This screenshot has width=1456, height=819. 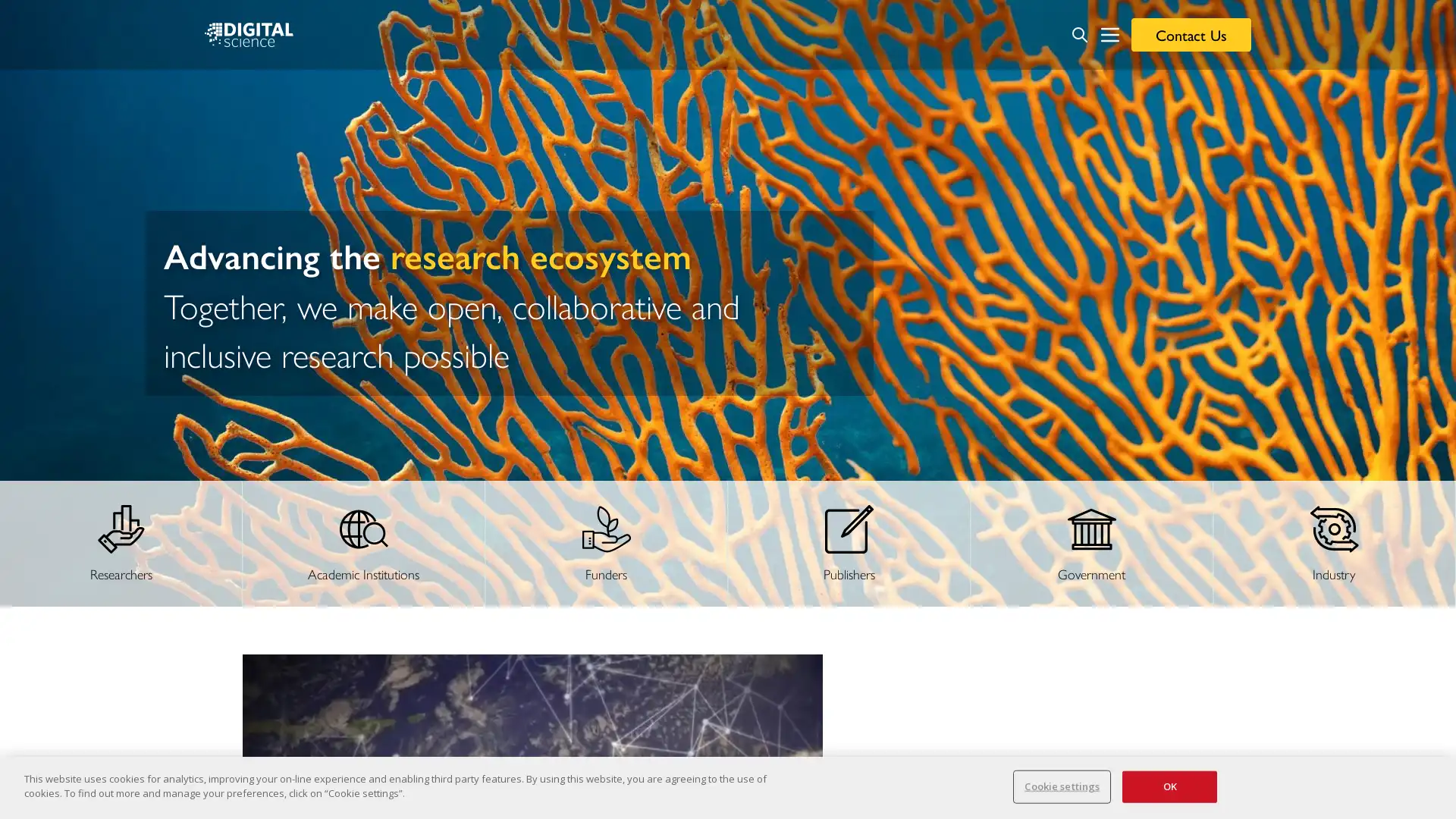 I want to click on Contact Us, so click(x=1190, y=34).